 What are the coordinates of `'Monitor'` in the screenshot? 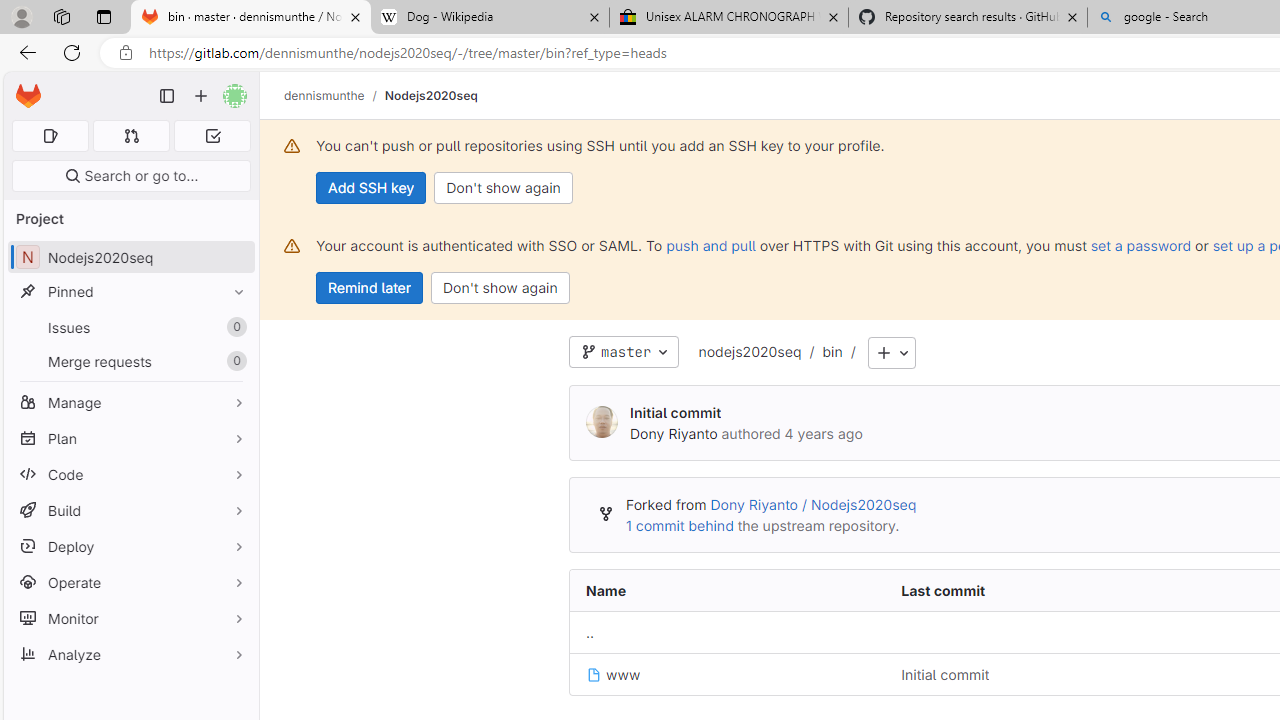 It's located at (130, 617).